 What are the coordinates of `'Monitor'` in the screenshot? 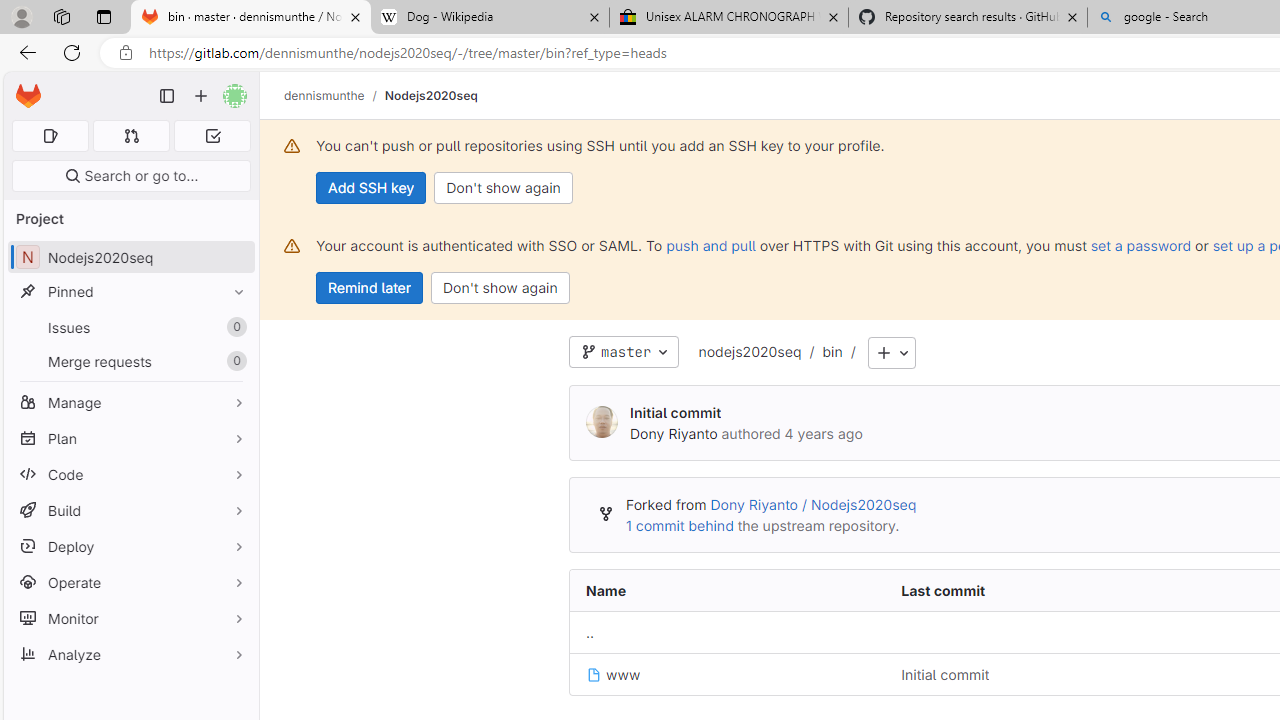 It's located at (130, 617).